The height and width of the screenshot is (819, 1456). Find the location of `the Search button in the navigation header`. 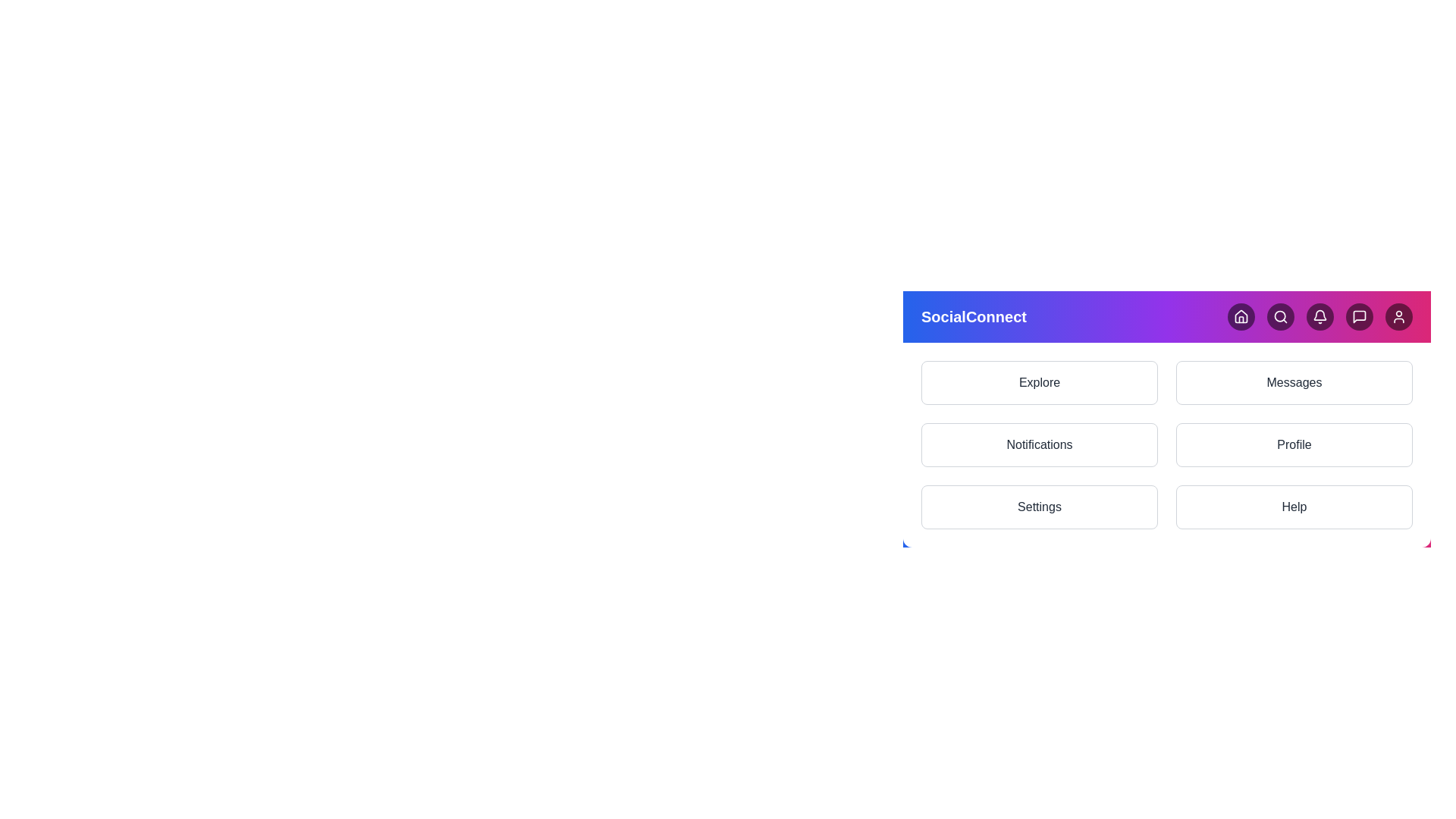

the Search button in the navigation header is located at coordinates (1280, 315).